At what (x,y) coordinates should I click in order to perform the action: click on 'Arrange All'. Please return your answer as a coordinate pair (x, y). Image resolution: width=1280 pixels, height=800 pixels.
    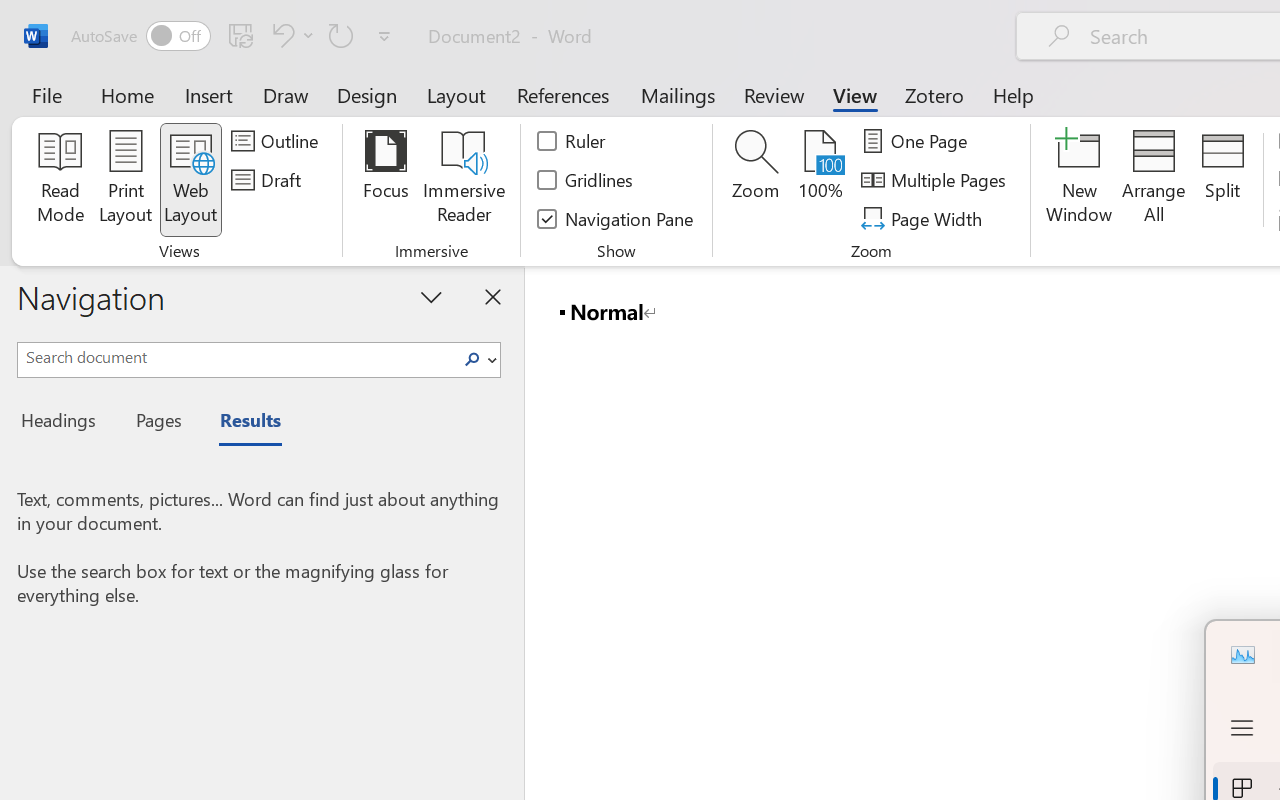
    Looking at the image, I should click on (1153, 179).